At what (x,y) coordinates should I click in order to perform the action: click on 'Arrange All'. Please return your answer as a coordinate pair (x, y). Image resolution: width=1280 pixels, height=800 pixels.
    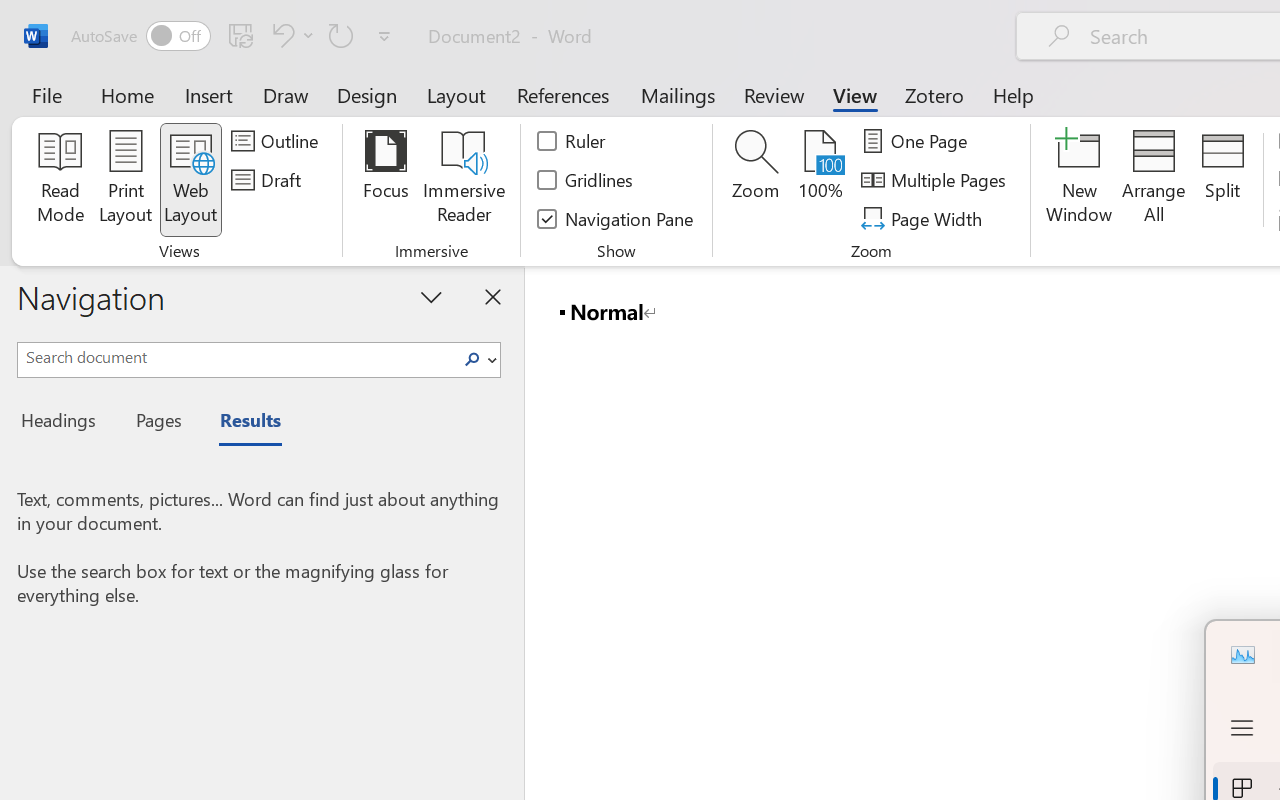
    Looking at the image, I should click on (1153, 179).